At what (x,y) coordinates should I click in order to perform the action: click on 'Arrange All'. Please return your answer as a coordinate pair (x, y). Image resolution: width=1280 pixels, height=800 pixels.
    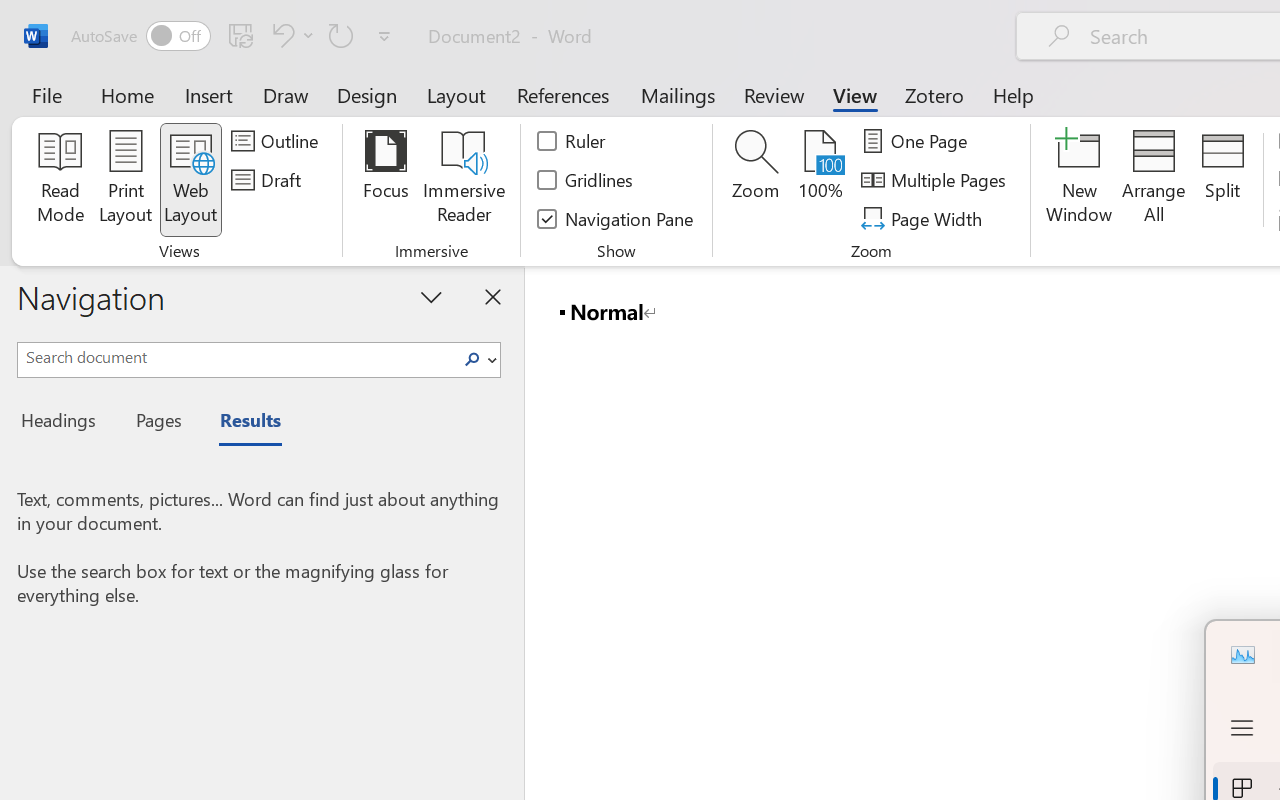
    Looking at the image, I should click on (1153, 179).